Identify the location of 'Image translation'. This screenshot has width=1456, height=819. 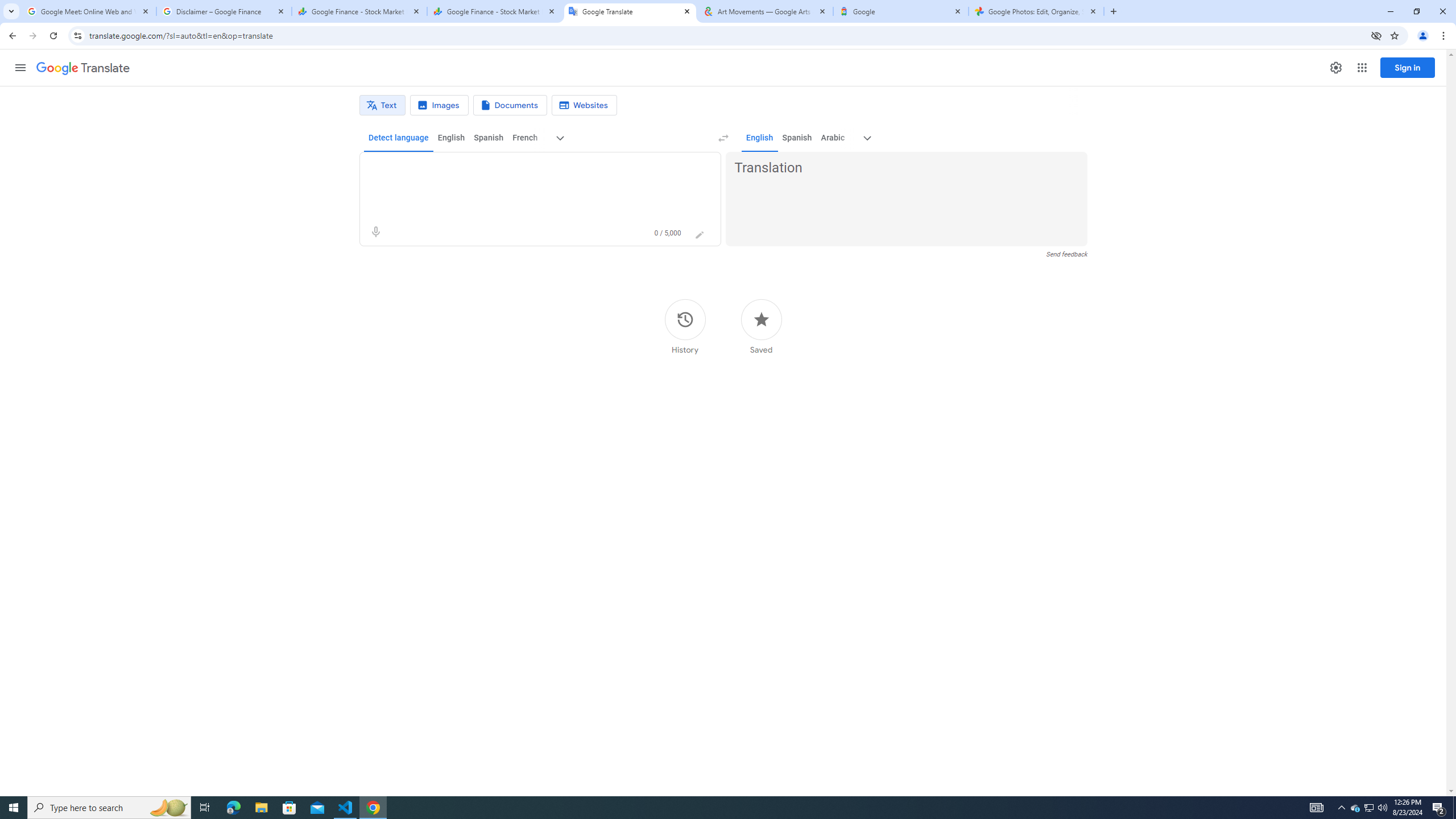
(440, 105).